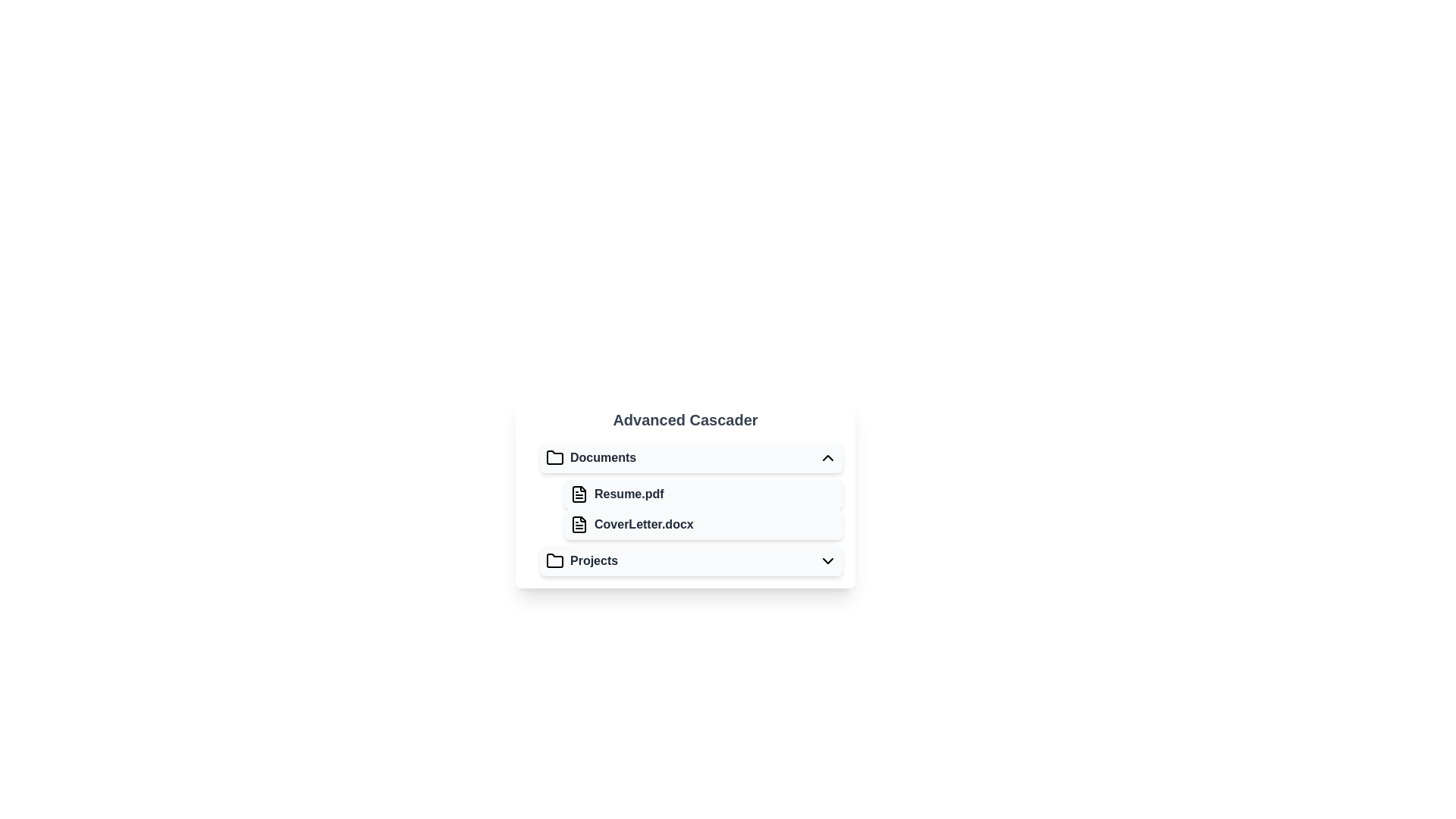 This screenshot has height=819, width=1456. I want to click on the static text label that serves as the file name in the 'Documents' section of the navigation menu, so click(629, 494).